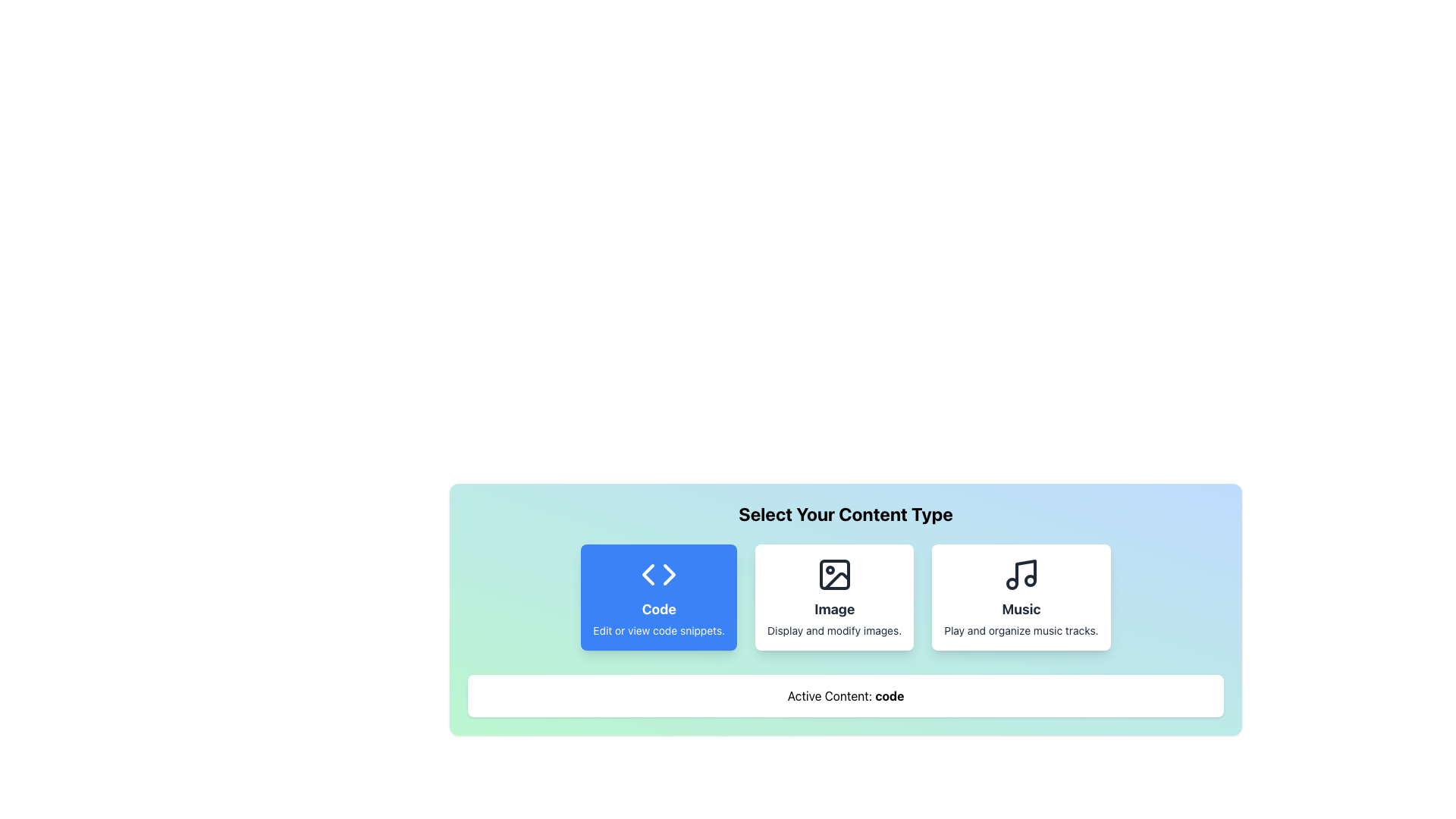  I want to click on the leftmost decorative circle icon located at the bottom-left corner of the 'Music' card, which overlaps the music note graphic, so click(1012, 583).